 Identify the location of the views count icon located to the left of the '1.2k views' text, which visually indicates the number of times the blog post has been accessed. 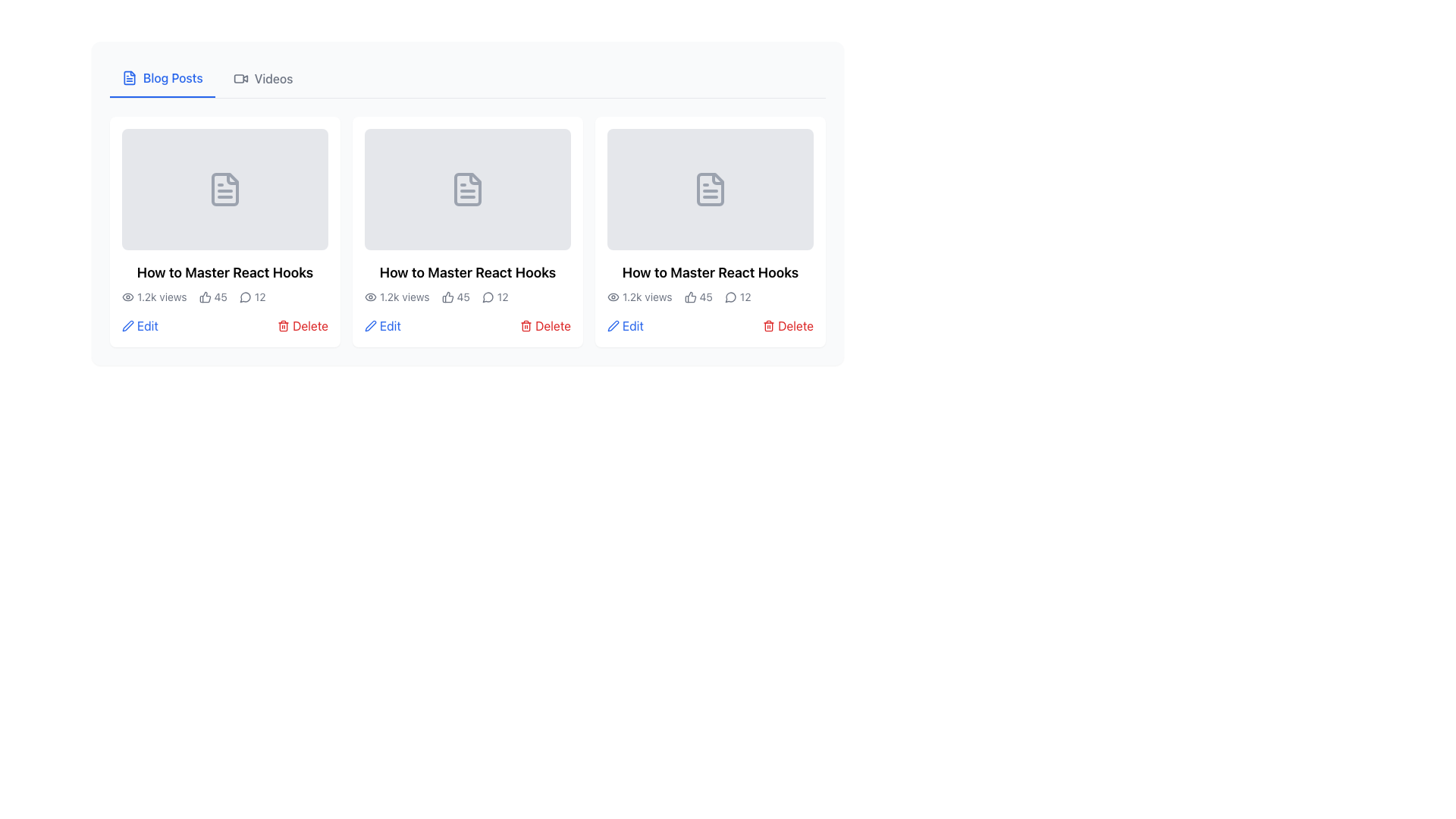
(371, 297).